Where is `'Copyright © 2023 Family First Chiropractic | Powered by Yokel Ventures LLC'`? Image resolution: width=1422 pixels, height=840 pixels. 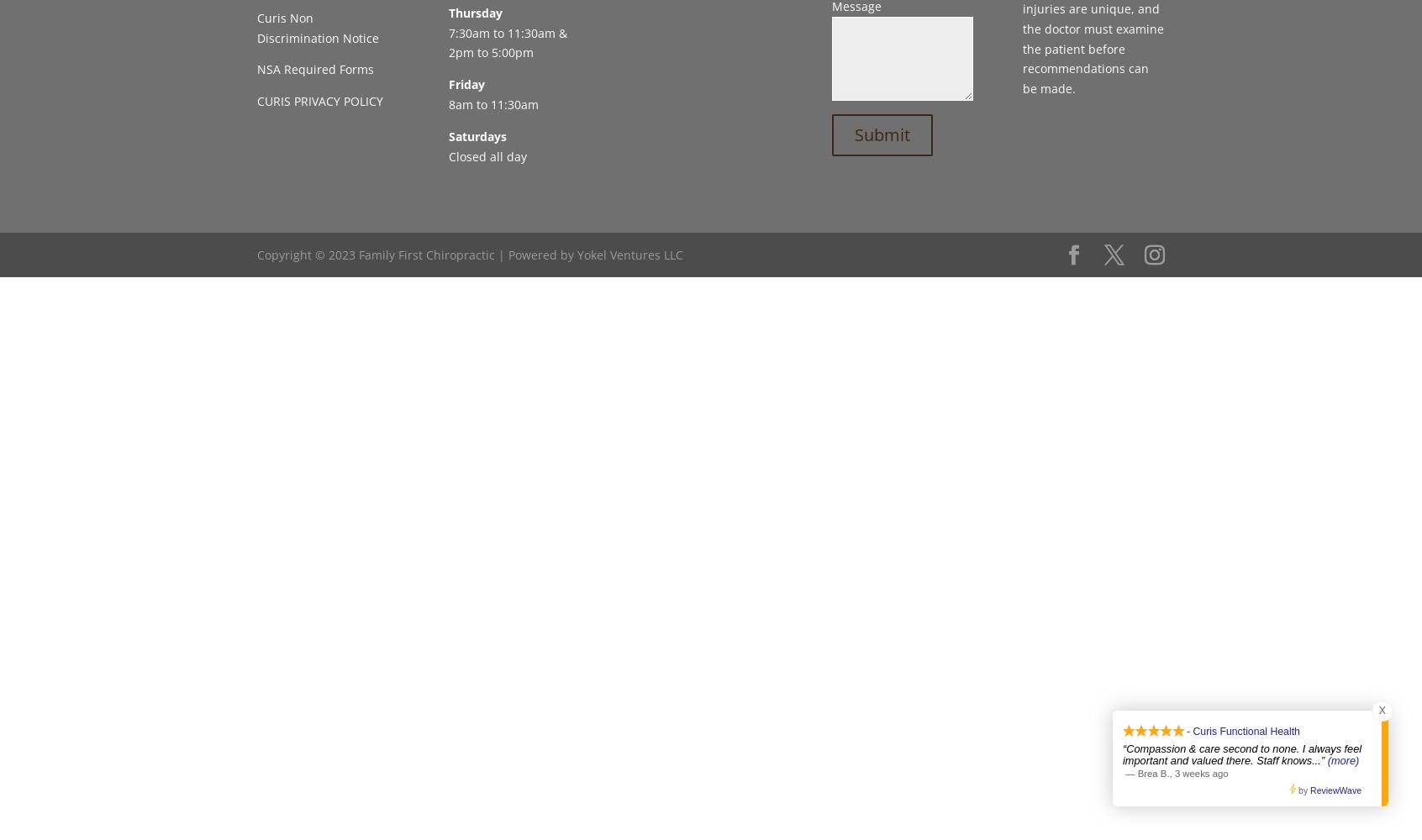
'Copyright © 2023 Family First Chiropractic | Powered by Yokel Ventures LLC' is located at coordinates (470, 254).